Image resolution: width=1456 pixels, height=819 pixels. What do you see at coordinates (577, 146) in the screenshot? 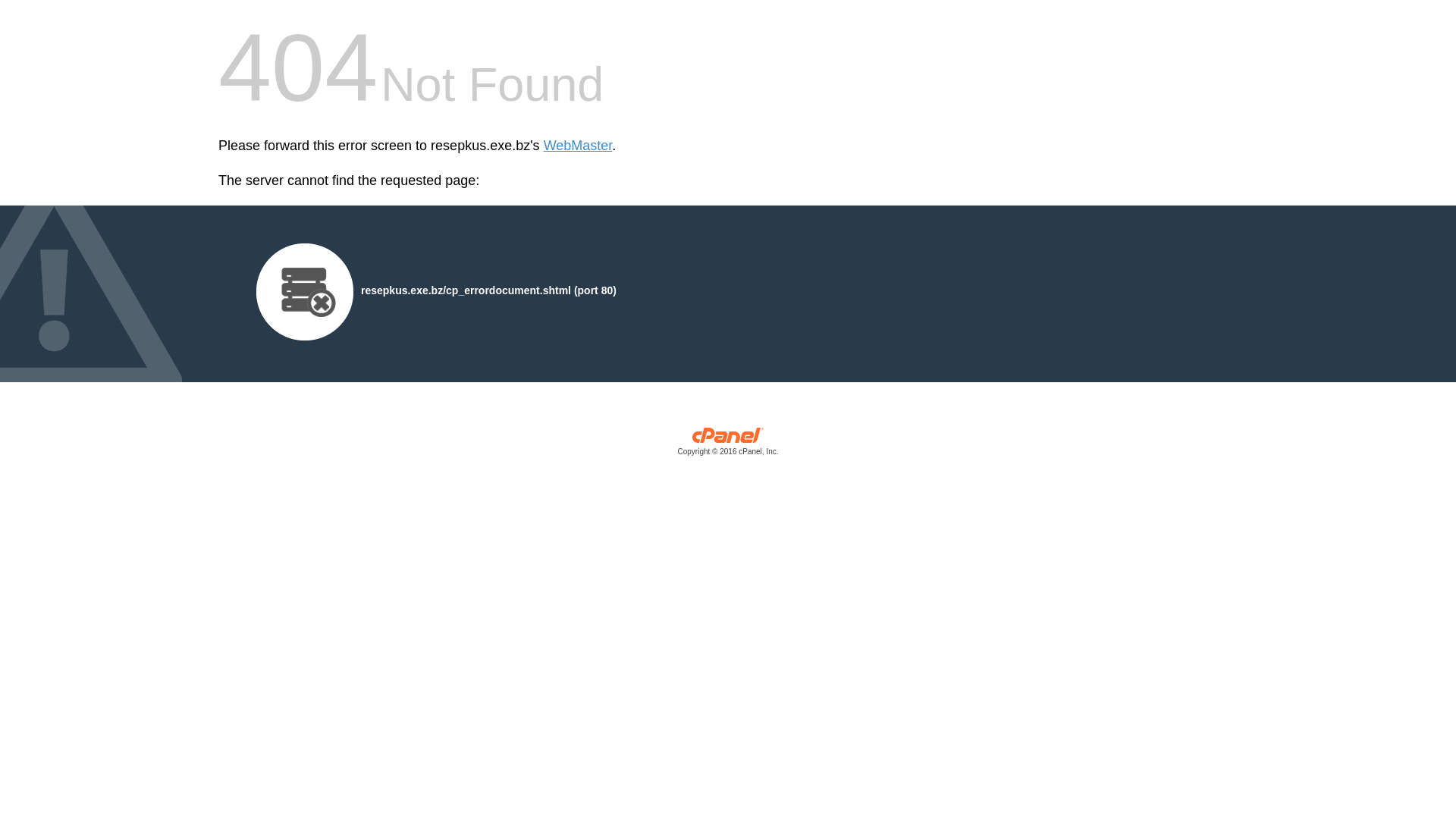
I see `'WebMaster'` at bounding box center [577, 146].